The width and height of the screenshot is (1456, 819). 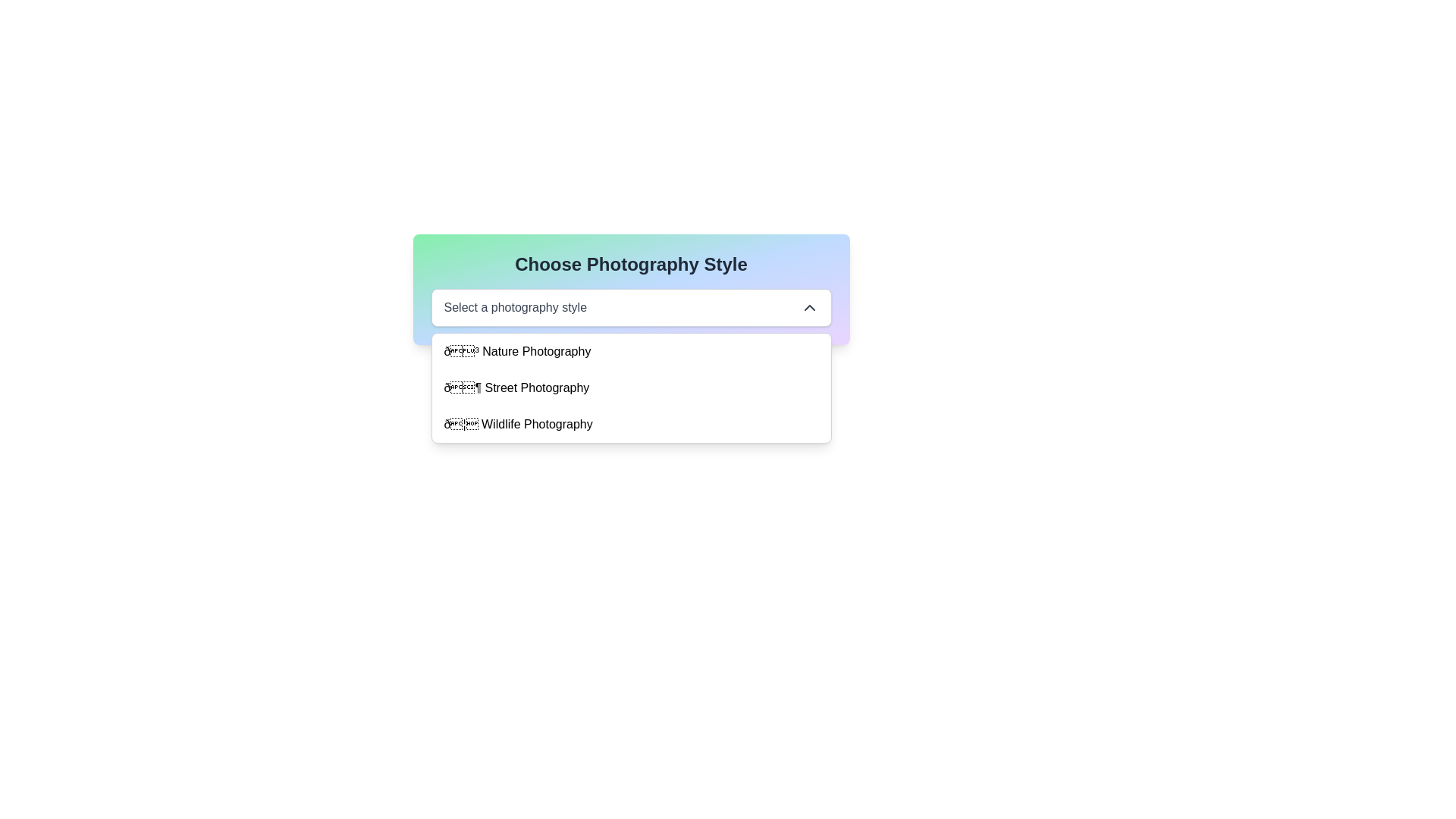 What do you see at coordinates (516, 388) in the screenshot?
I see `the selectable list item reading '🚶 Street Photography'` at bounding box center [516, 388].